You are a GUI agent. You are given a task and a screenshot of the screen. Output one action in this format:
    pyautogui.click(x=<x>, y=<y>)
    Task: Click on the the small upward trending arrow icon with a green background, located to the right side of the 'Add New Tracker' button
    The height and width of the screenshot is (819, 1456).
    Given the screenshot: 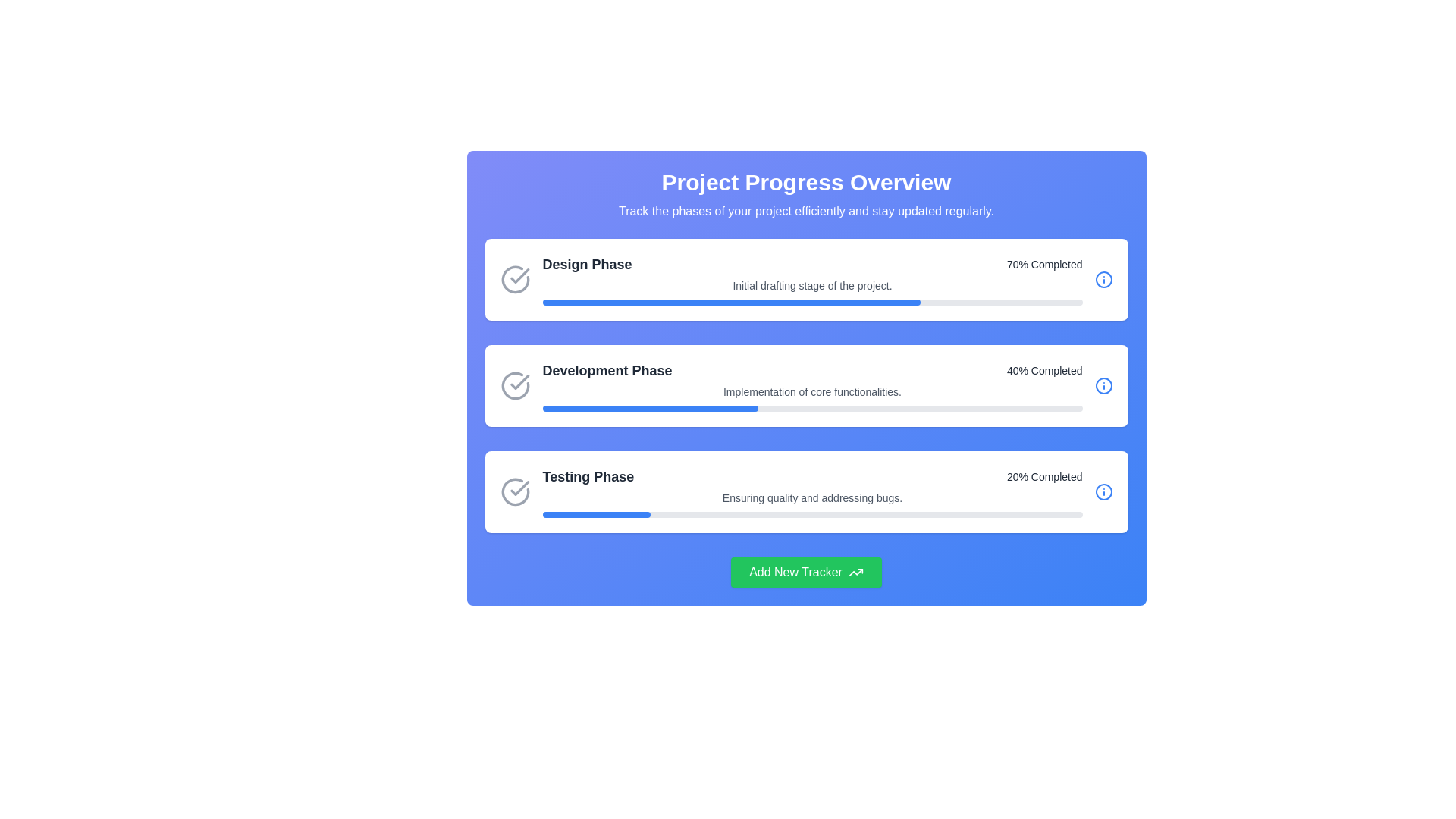 What is the action you would take?
    pyautogui.click(x=855, y=573)
    